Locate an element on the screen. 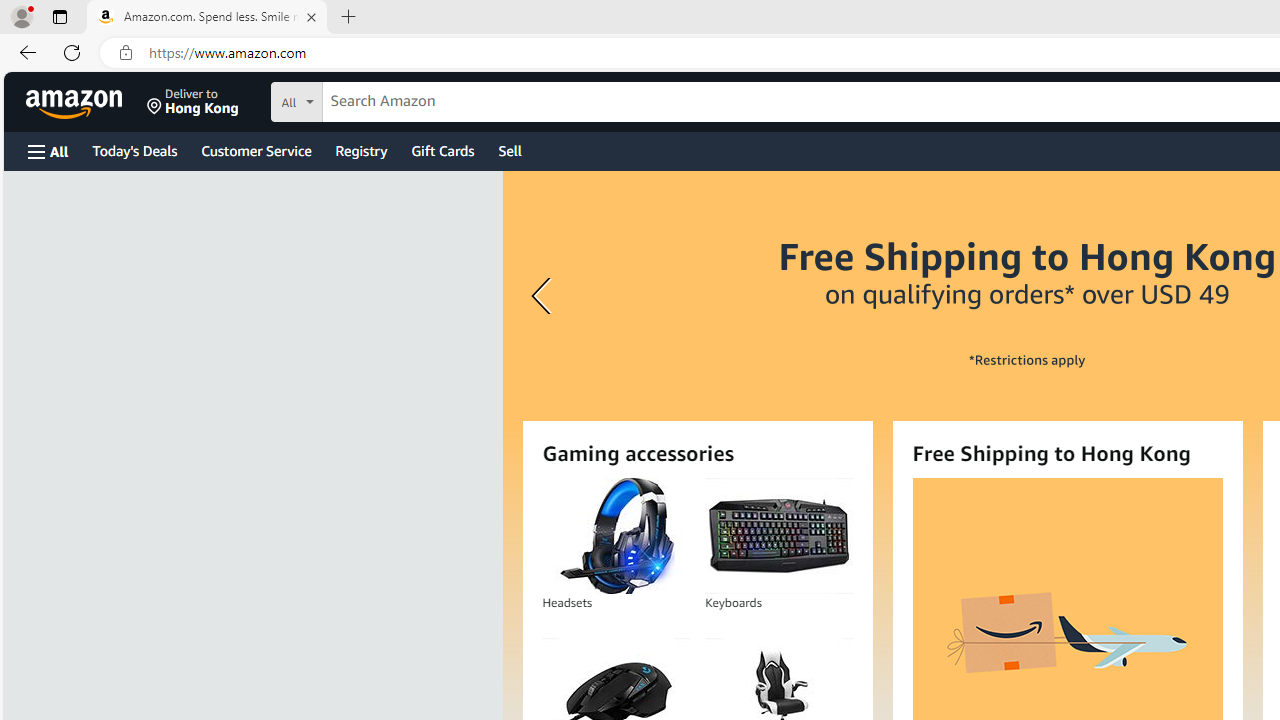 This screenshot has height=720, width=1280. 'Deliver to Hong Kong' is located at coordinates (193, 101).